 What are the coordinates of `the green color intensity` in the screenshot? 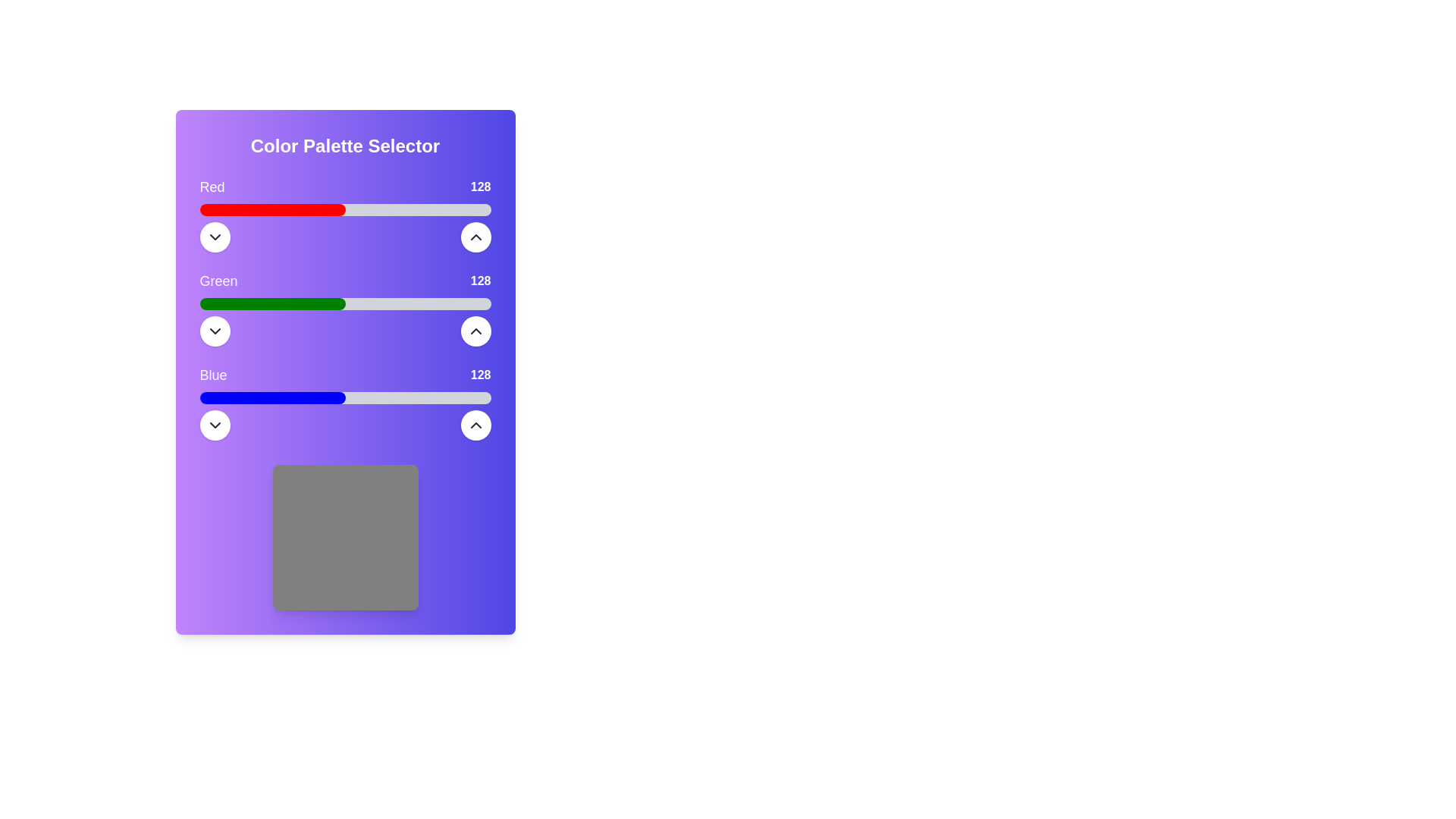 It's located at (322, 304).